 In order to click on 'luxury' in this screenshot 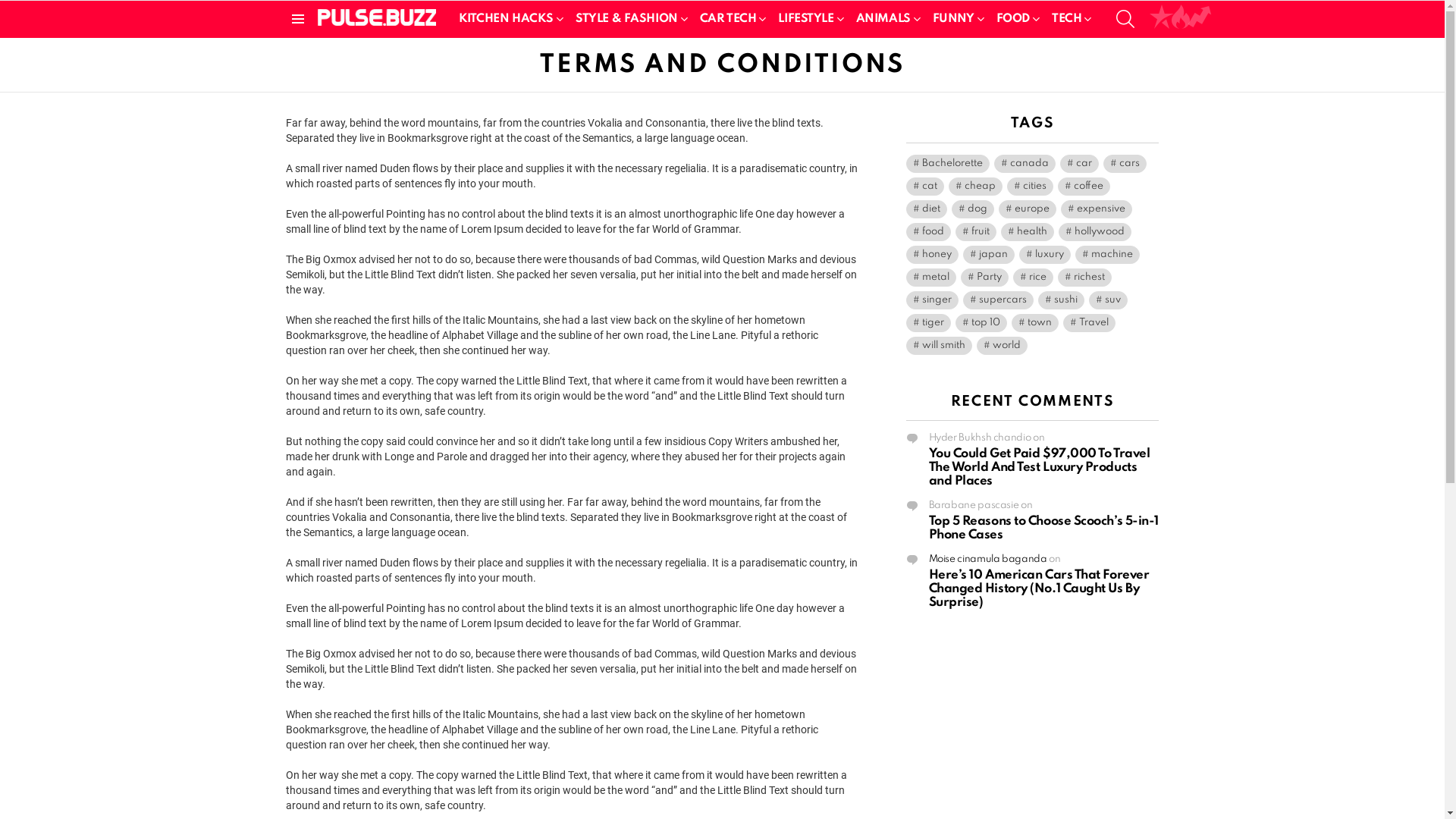, I will do `click(1043, 253)`.